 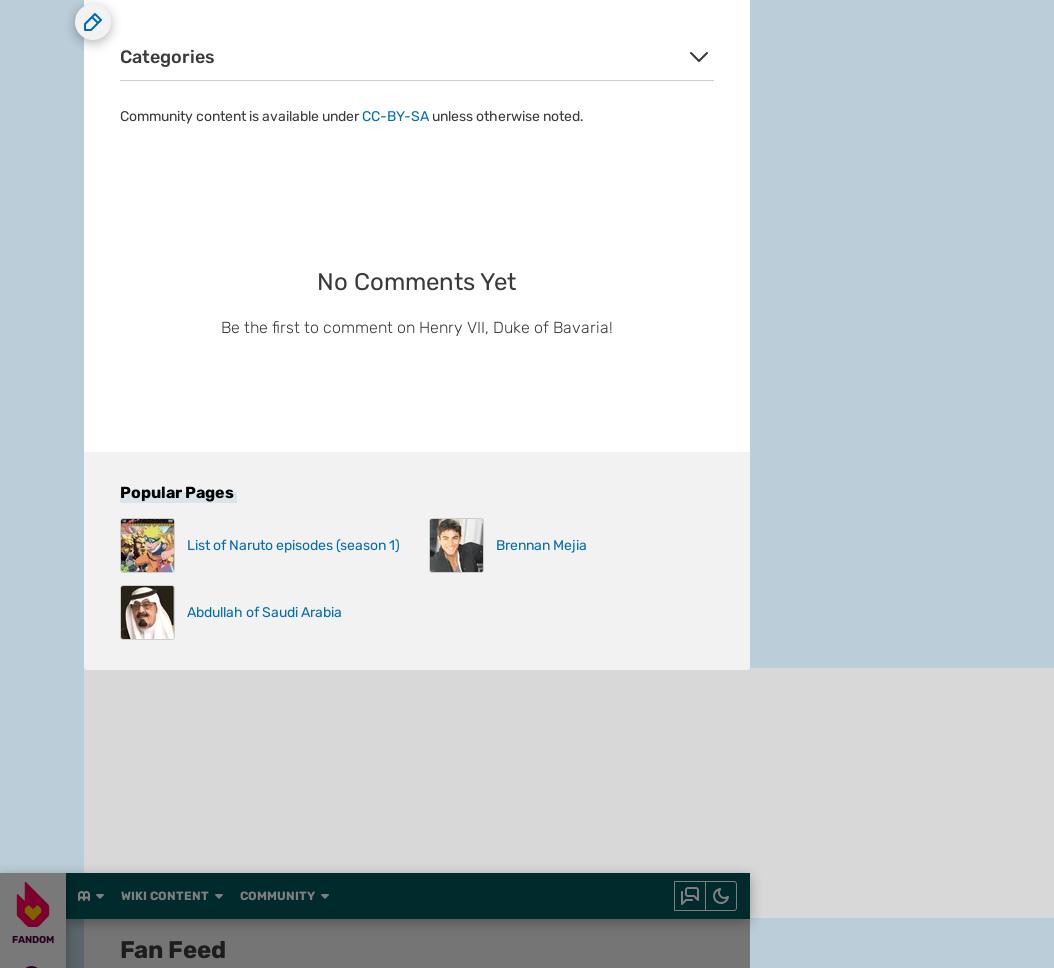 I want to click on 'What is Fandom?', so click(x=137, y=258).